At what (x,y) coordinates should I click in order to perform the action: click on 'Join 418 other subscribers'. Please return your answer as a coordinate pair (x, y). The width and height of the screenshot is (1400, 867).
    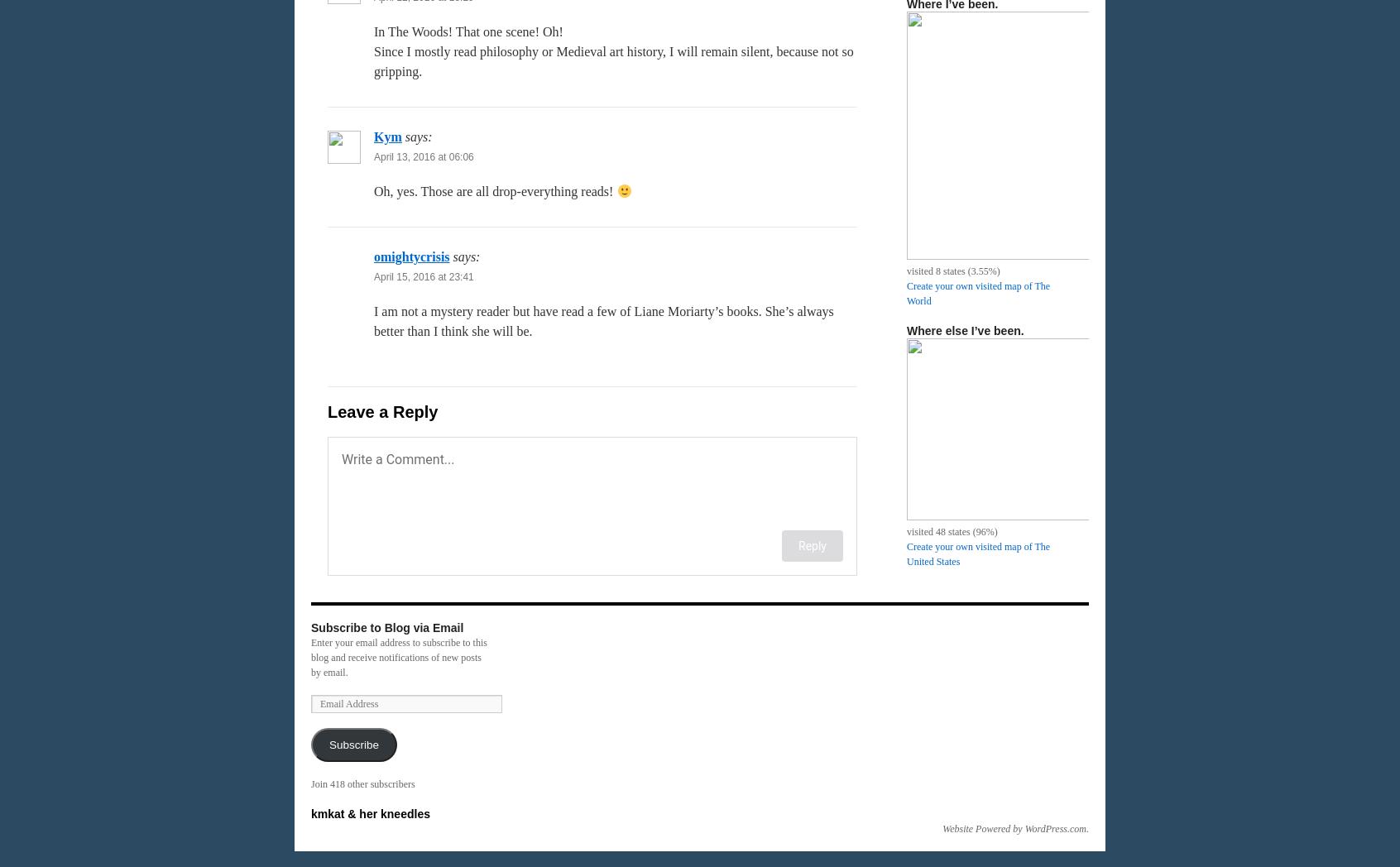
    Looking at the image, I should click on (362, 784).